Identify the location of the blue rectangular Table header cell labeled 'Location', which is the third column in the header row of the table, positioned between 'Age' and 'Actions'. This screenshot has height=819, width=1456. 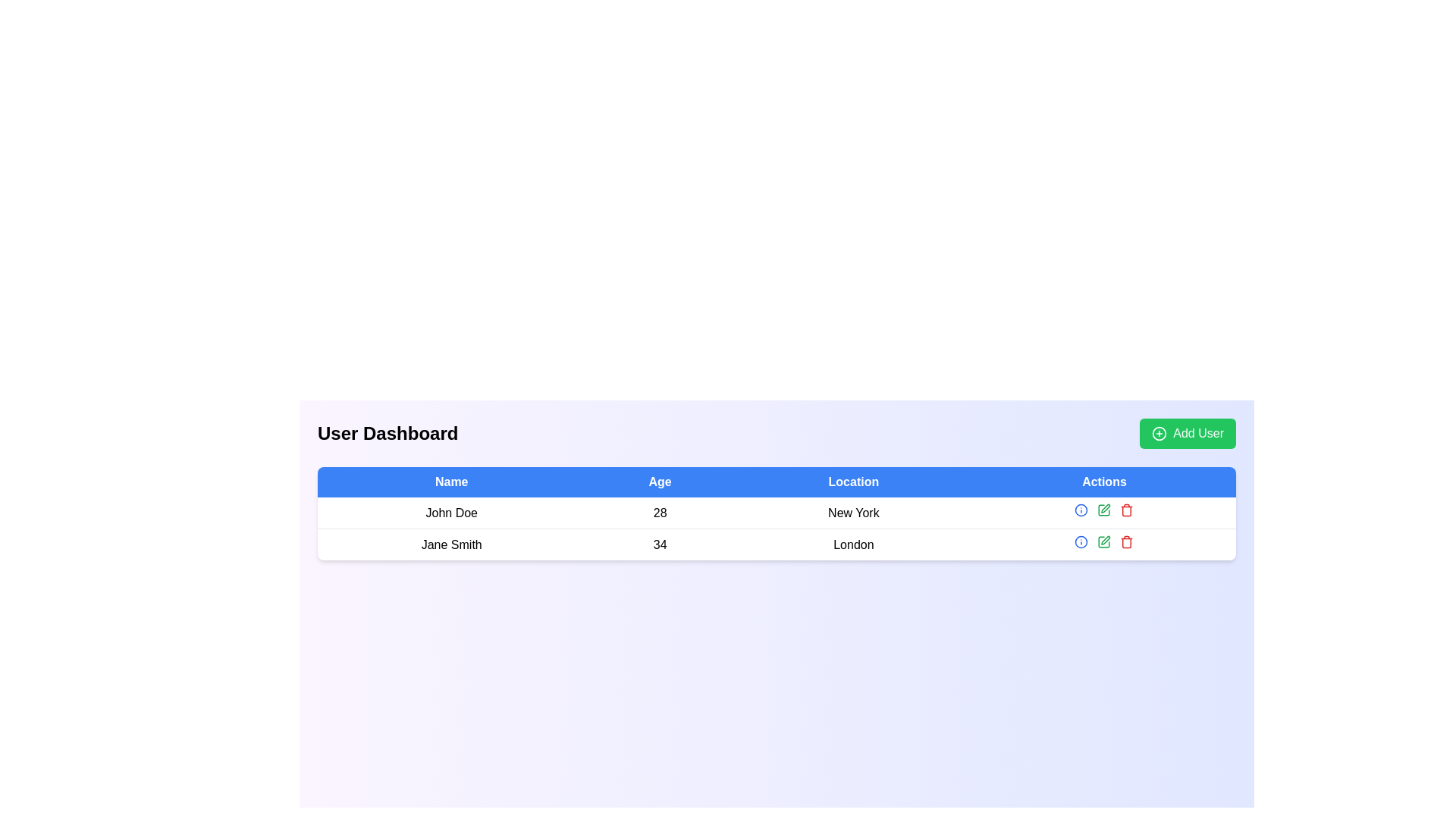
(853, 482).